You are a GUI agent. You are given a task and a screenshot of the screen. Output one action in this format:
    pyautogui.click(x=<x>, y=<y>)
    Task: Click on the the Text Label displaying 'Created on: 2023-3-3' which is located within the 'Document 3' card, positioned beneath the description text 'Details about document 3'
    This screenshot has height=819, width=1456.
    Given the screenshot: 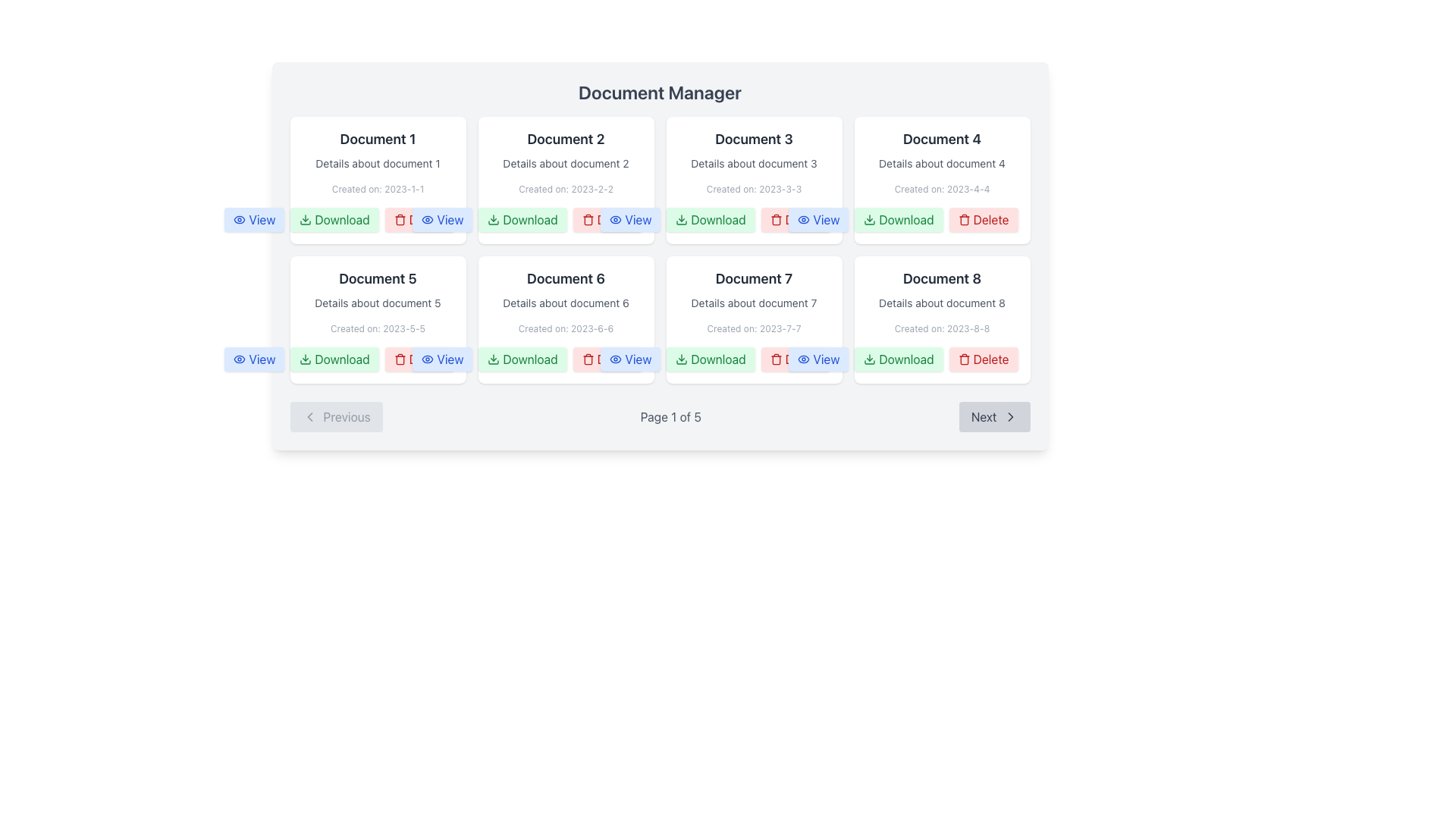 What is the action you would take?
    pyautogui.click(x=754, y=189)
    